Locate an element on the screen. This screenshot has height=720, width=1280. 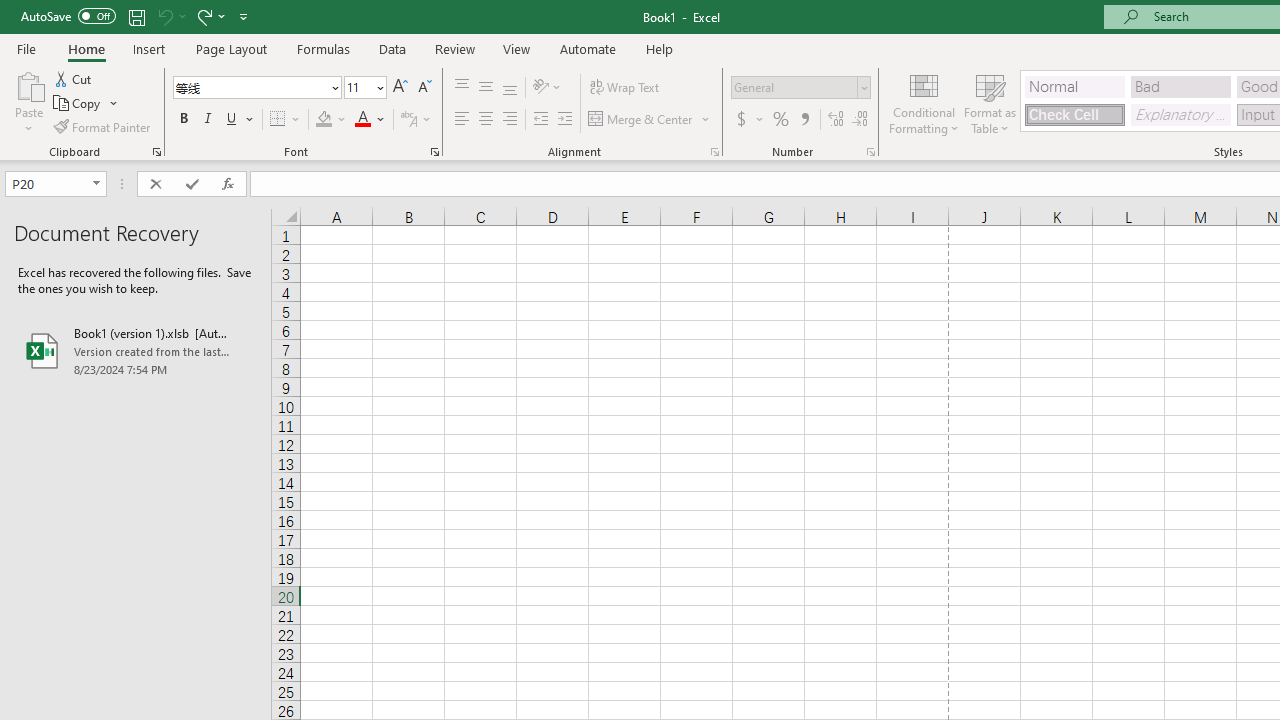
'Home' is located at coordinates (85, 48).